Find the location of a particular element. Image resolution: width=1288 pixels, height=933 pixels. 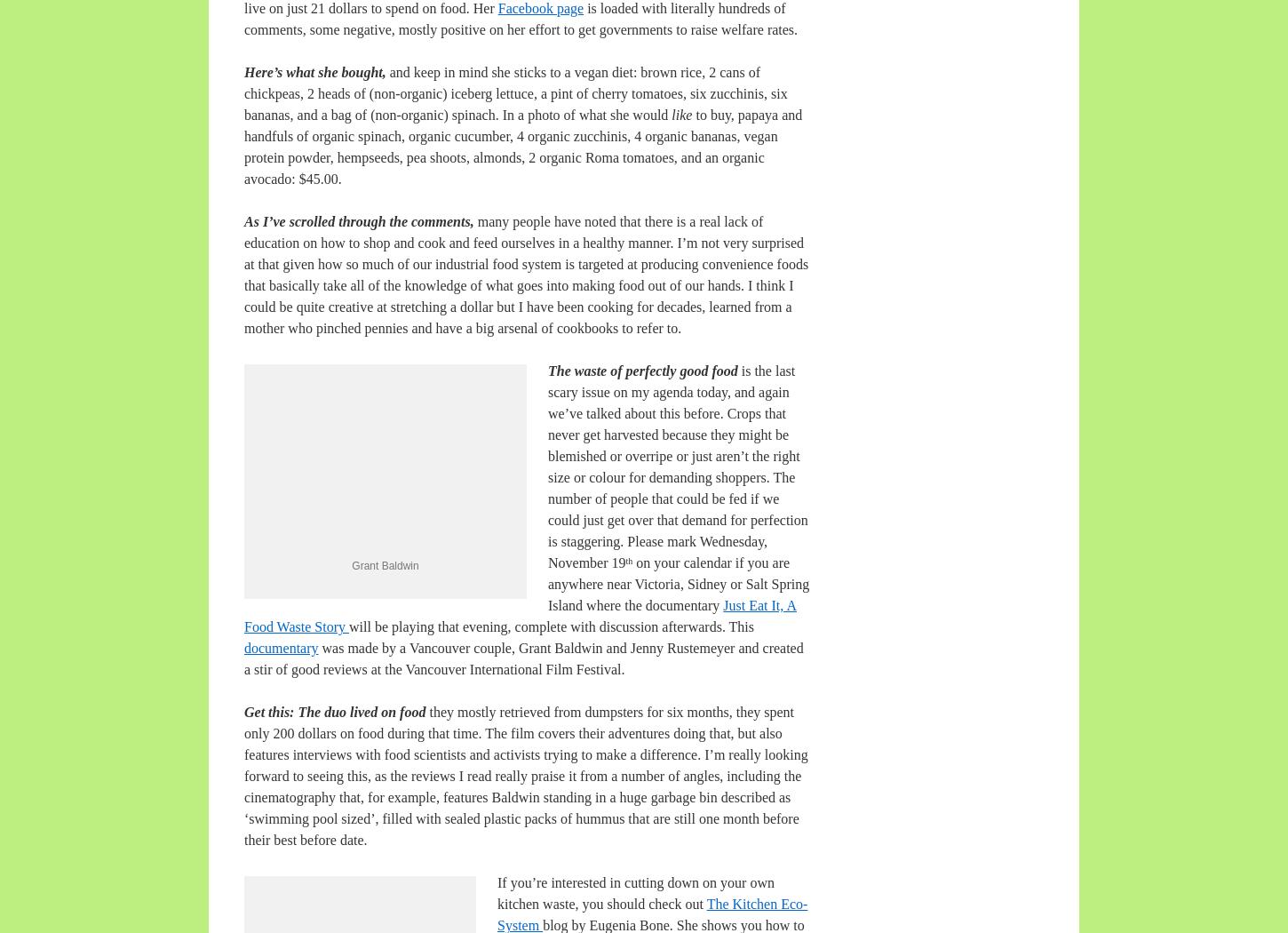

'on your calendar if you are anywhere near Victoria, Sidney or Salt Spring Island where the documentary' is located at coordinates (679, 583).